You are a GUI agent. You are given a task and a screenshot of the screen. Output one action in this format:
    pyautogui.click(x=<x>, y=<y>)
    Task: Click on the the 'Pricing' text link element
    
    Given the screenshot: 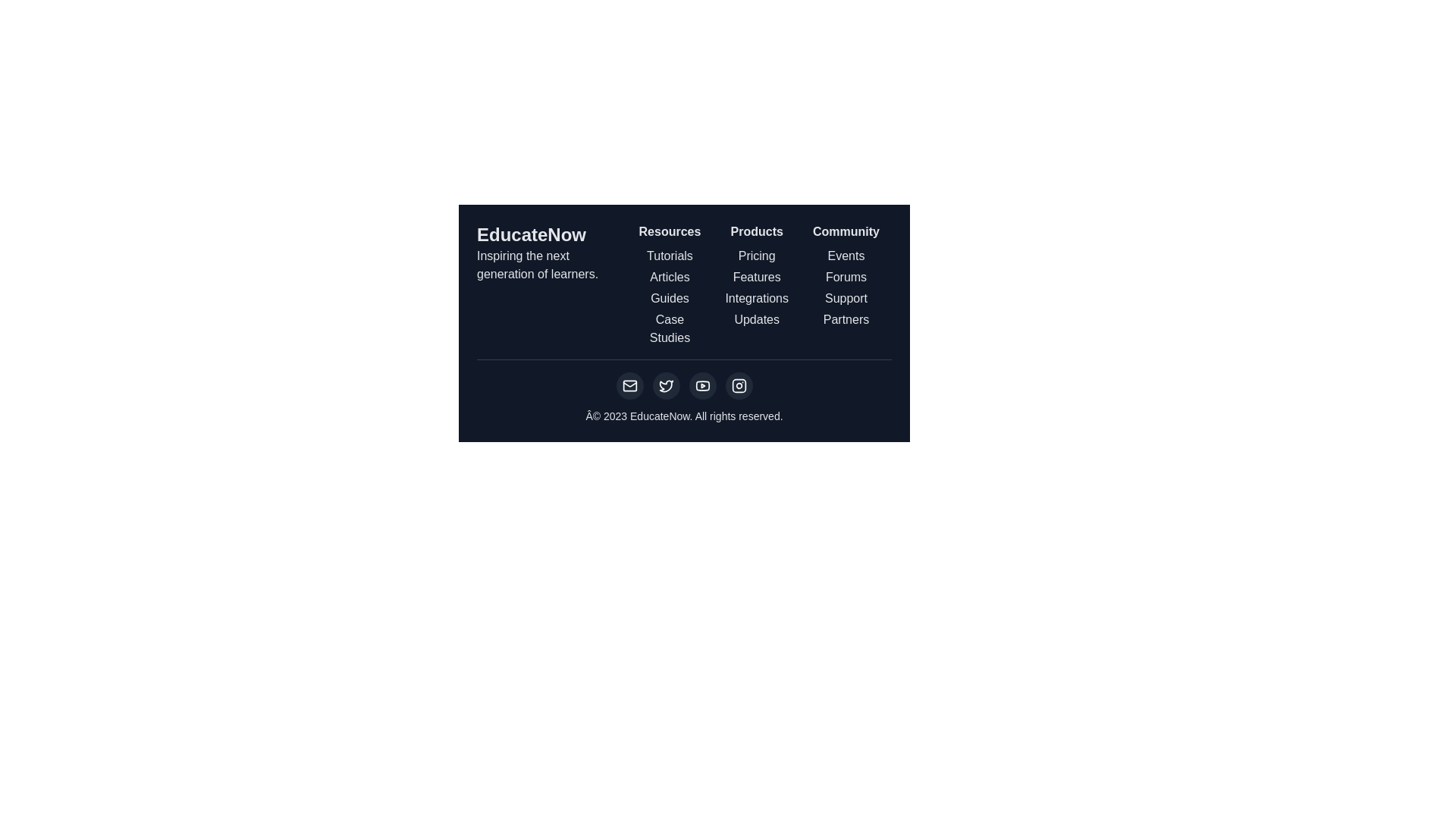 What is the action you would take?
    pyautogui.click(x=757, y=256)
    